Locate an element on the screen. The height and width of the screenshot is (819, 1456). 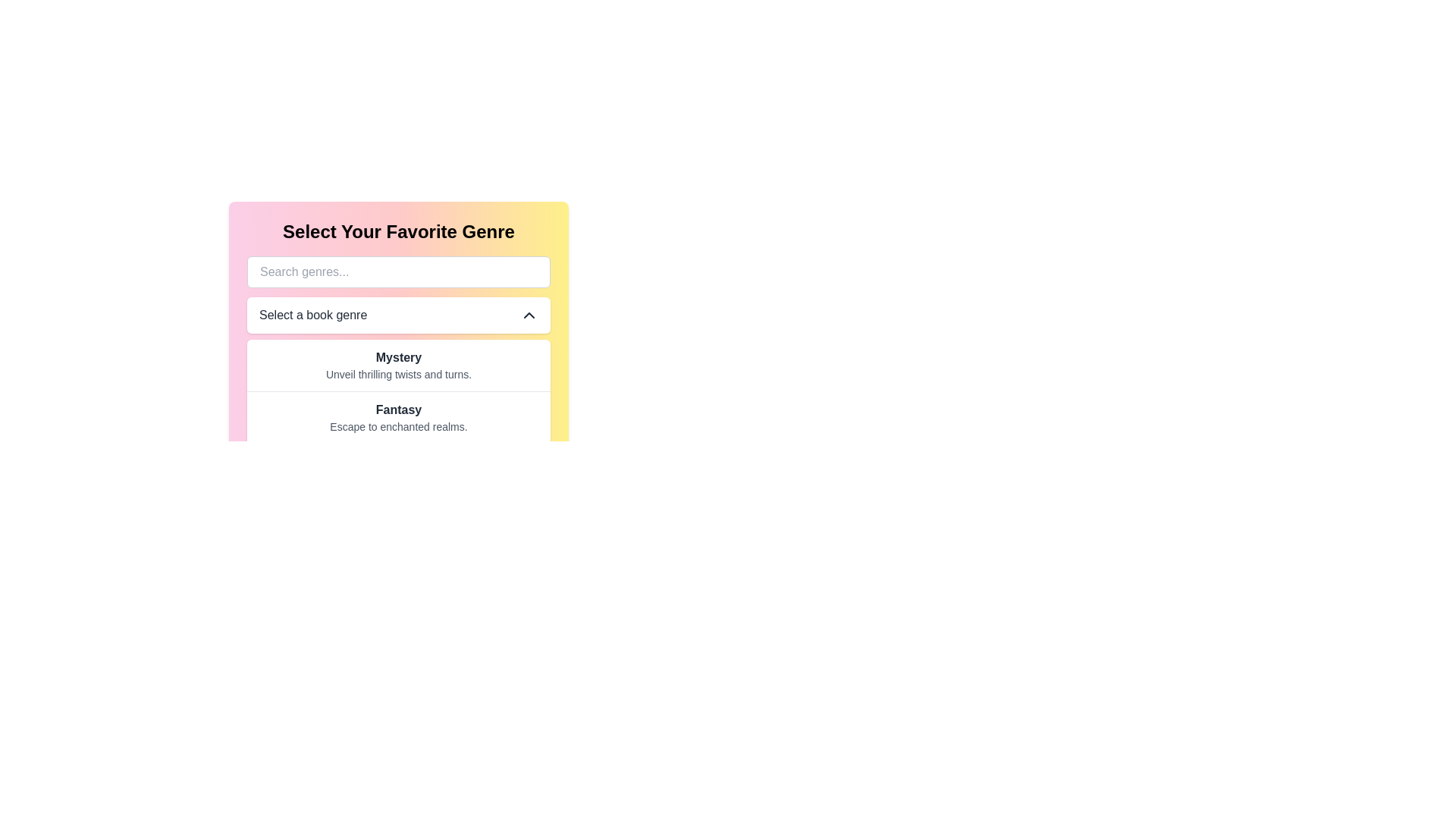
the second clickable item in the genre selection menu, which filters content related to the Fantasy genre is located at coordinates (399, 417).